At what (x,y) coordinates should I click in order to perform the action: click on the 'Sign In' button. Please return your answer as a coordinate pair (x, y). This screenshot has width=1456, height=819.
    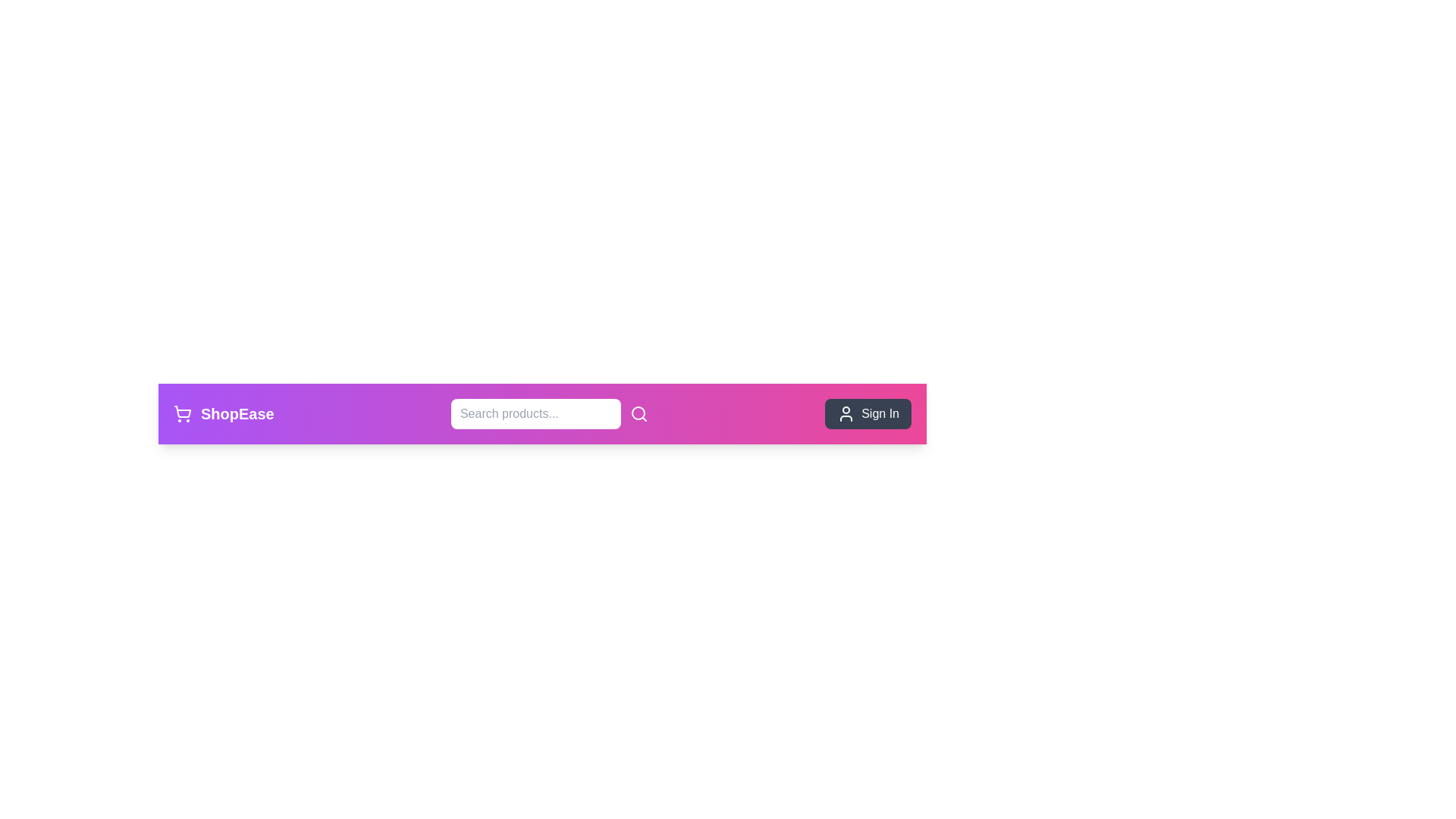
    Looking at the image, I should click on (868, 414).